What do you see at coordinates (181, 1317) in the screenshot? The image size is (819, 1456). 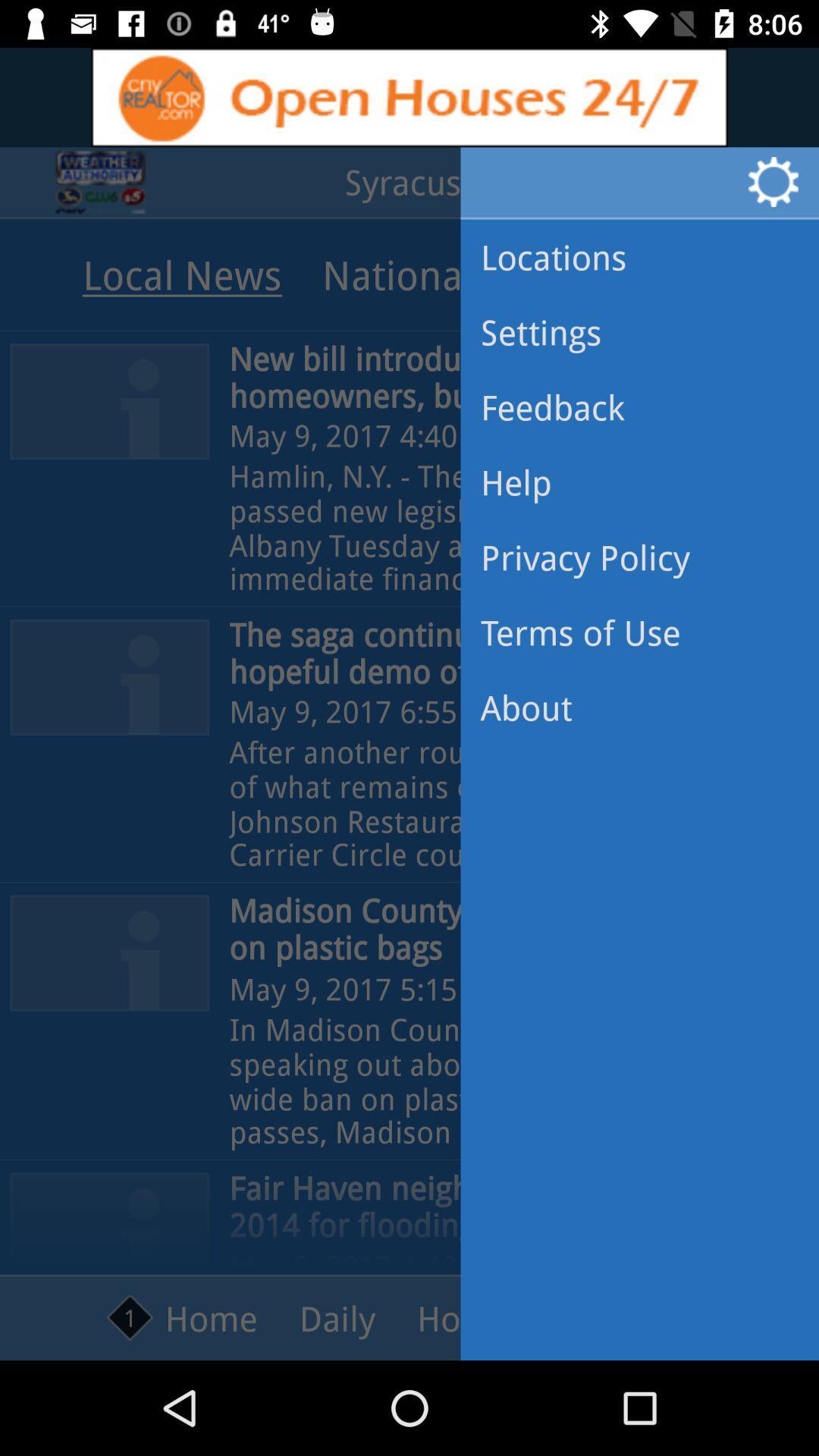 I see `home which is beside daily` at bounding box center [181, 1317].